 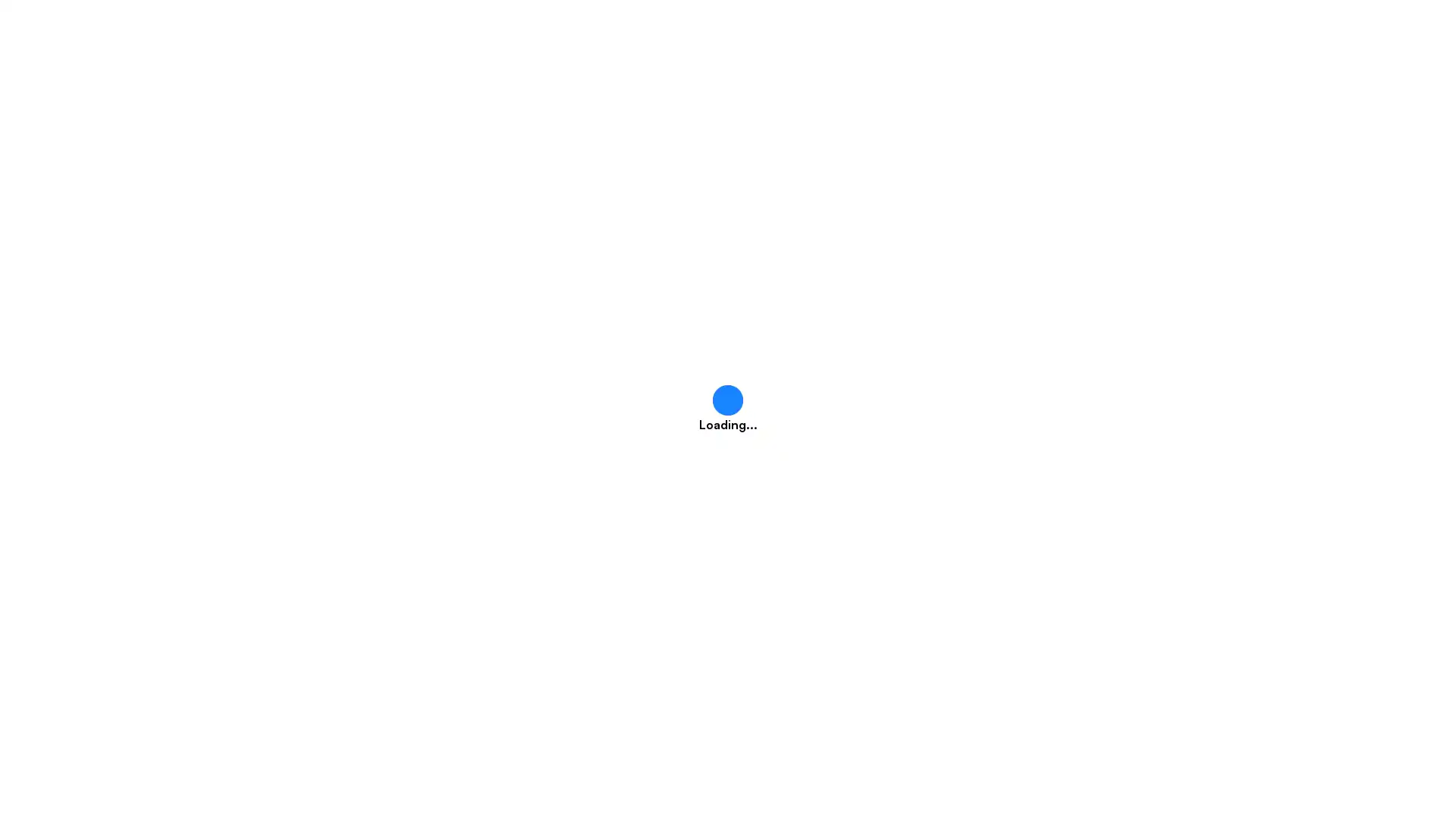 I want to click on Got it, so click(x=739, y=491).